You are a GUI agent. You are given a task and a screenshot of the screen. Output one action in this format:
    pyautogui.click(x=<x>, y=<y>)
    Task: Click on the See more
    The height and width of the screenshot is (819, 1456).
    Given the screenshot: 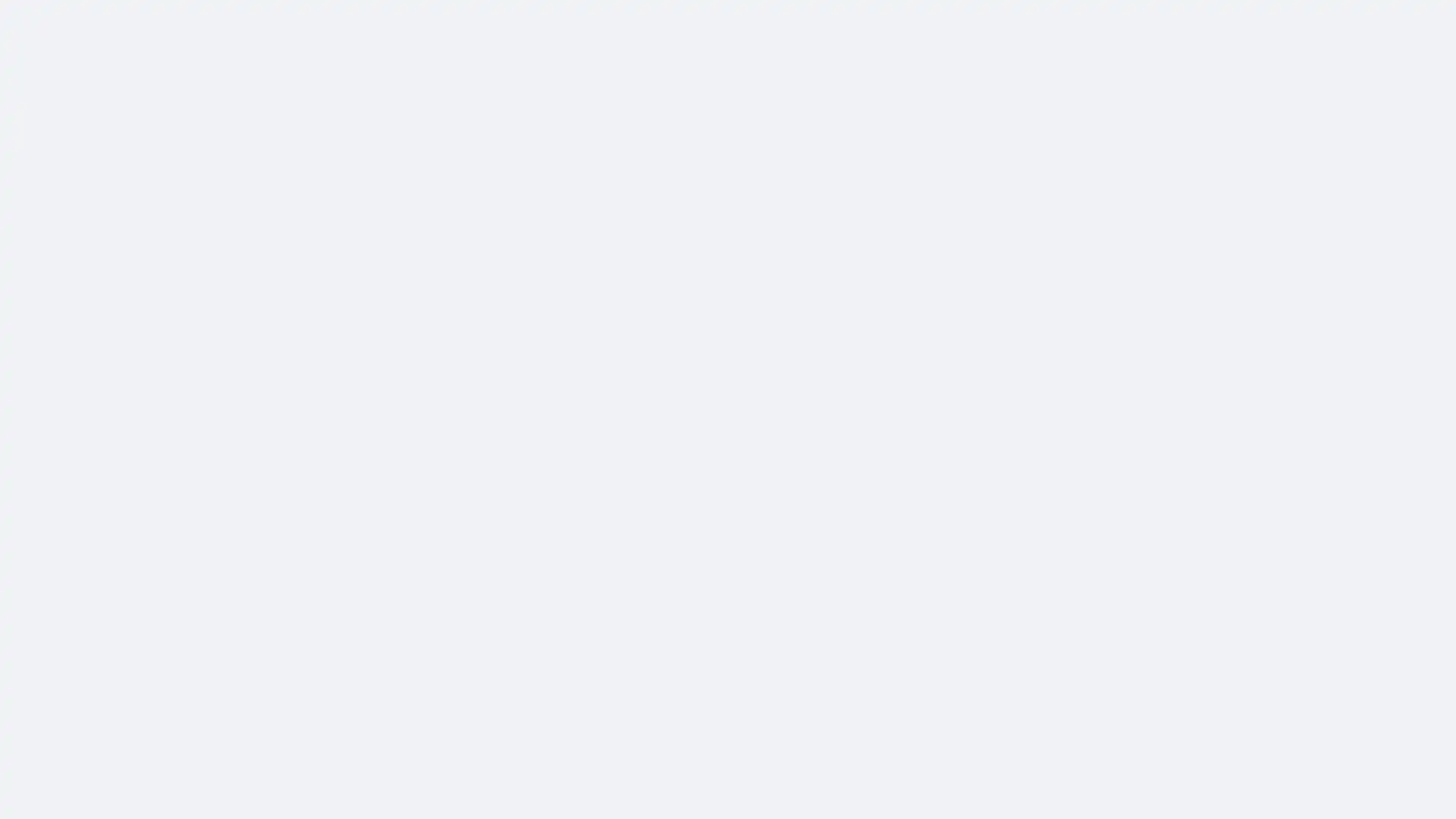 What is the action you would take?
    pyautogui.click(x=579, y=390)
    